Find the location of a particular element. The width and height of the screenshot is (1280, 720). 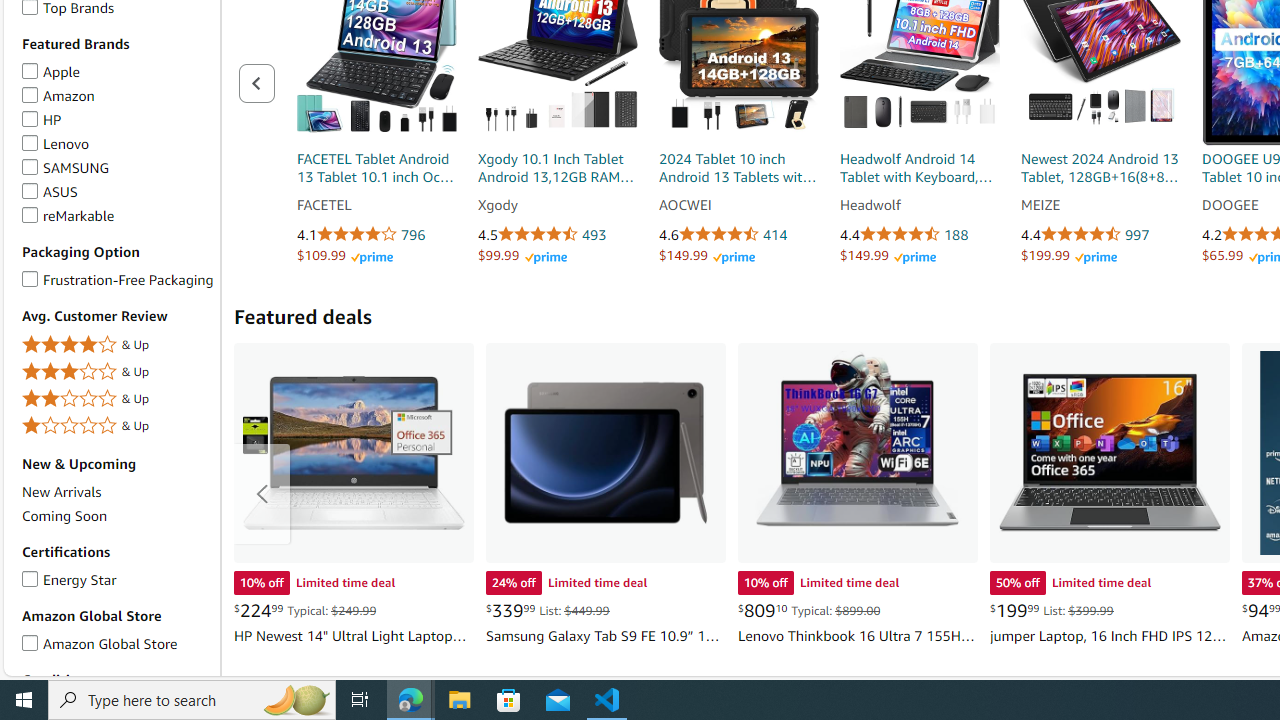

'MEIZE' is located at coordinates (1100, 205).